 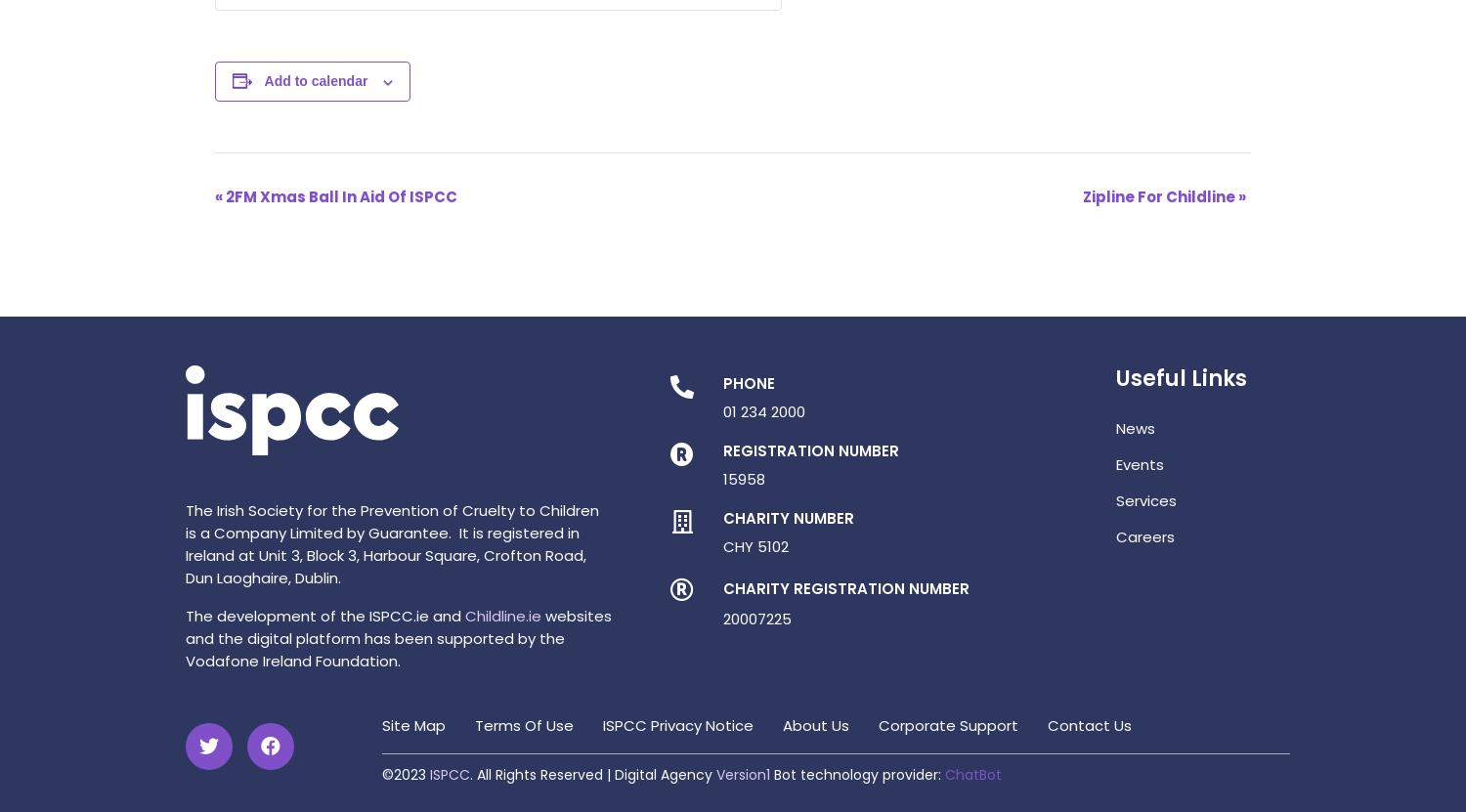 What do you see at coordinates (677, 725) in the screenshot?
I see `'ISPCC Privacy Notice'` at bounding box center [677, 725].